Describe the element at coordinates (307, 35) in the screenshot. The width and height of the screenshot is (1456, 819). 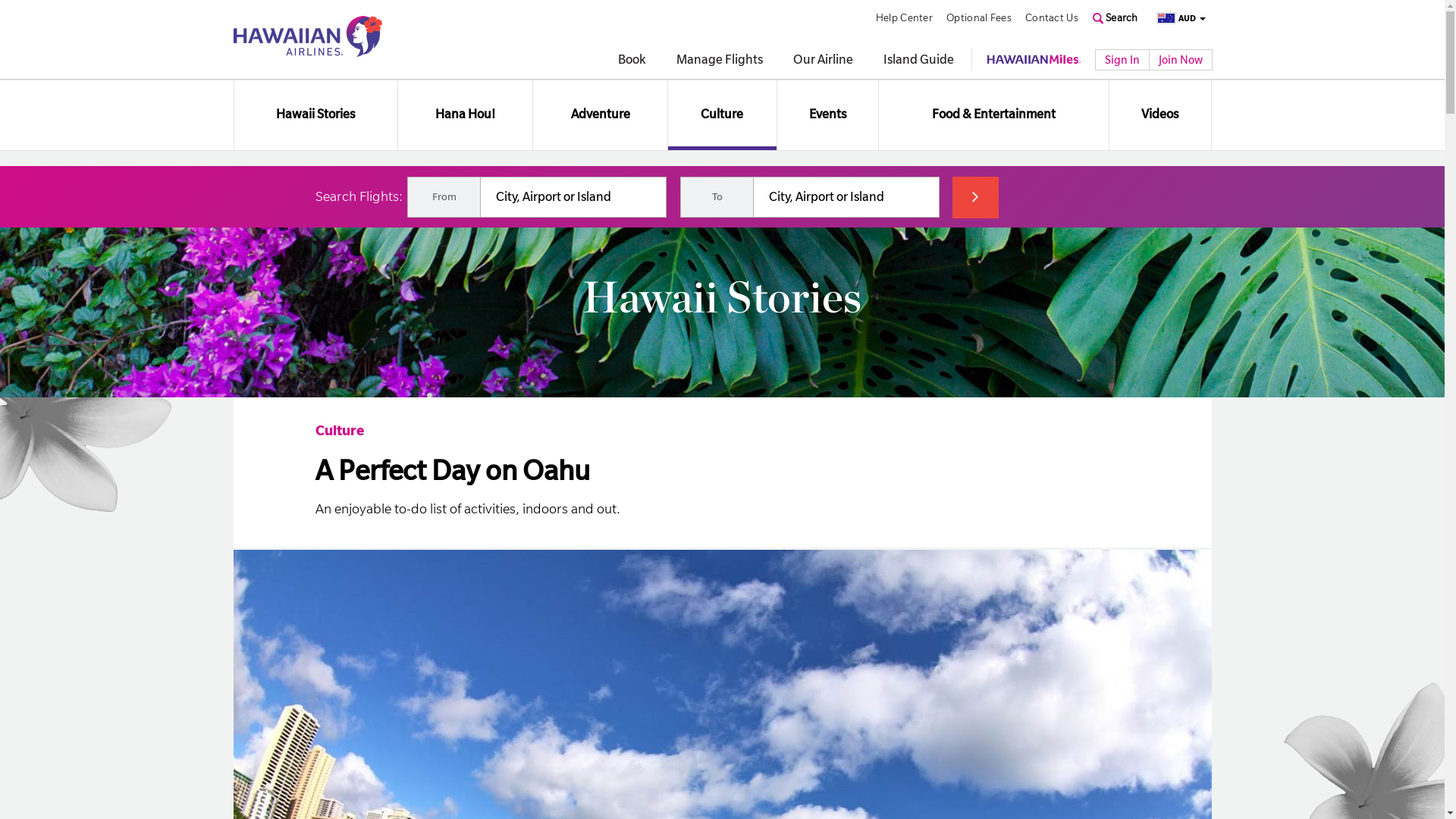
I see `'Hawaiian Airlines'` at that location.